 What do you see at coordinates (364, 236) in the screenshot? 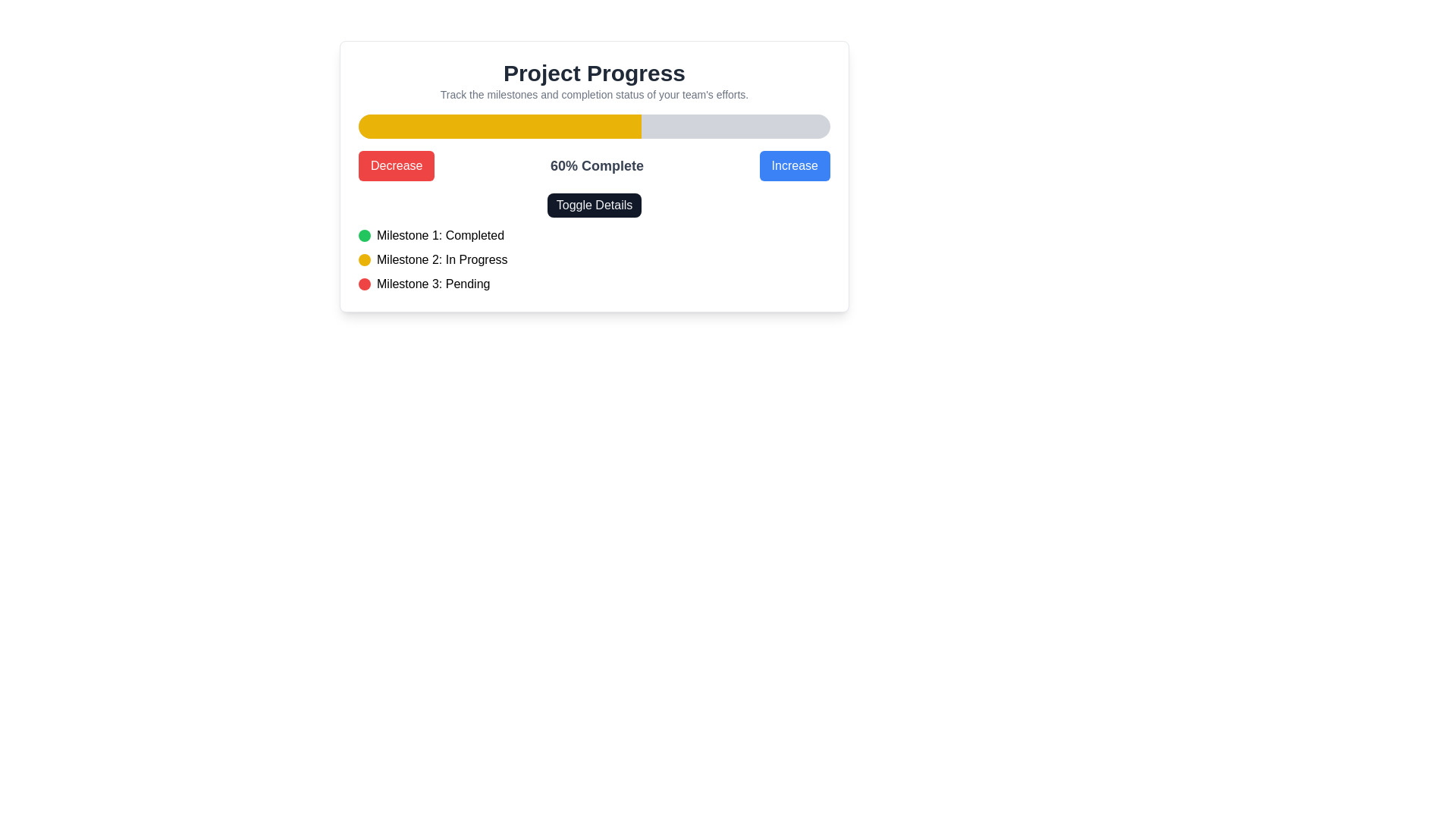
I see `the green Indicator (status symbol) that represents the completion status of the first milestone, located before the text label 'Milestone 1: Completed'` at bounding box center [364, 236].